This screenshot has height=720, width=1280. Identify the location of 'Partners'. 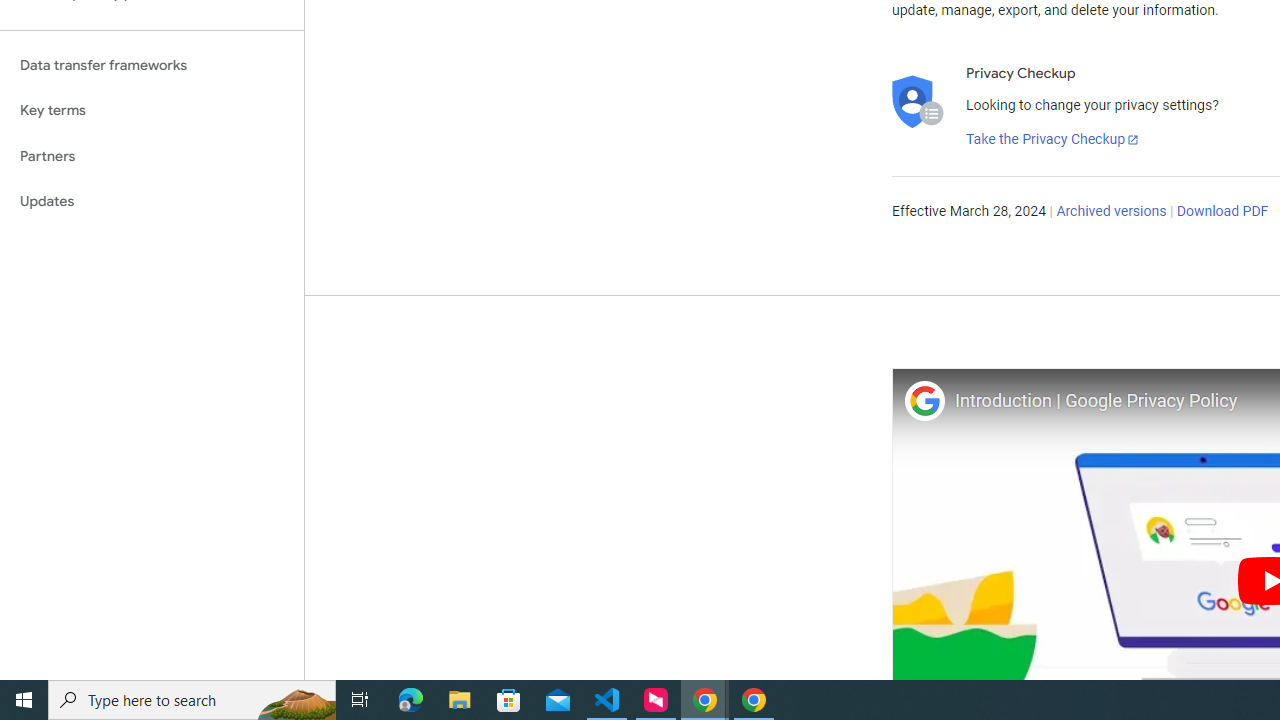
(151, 155).